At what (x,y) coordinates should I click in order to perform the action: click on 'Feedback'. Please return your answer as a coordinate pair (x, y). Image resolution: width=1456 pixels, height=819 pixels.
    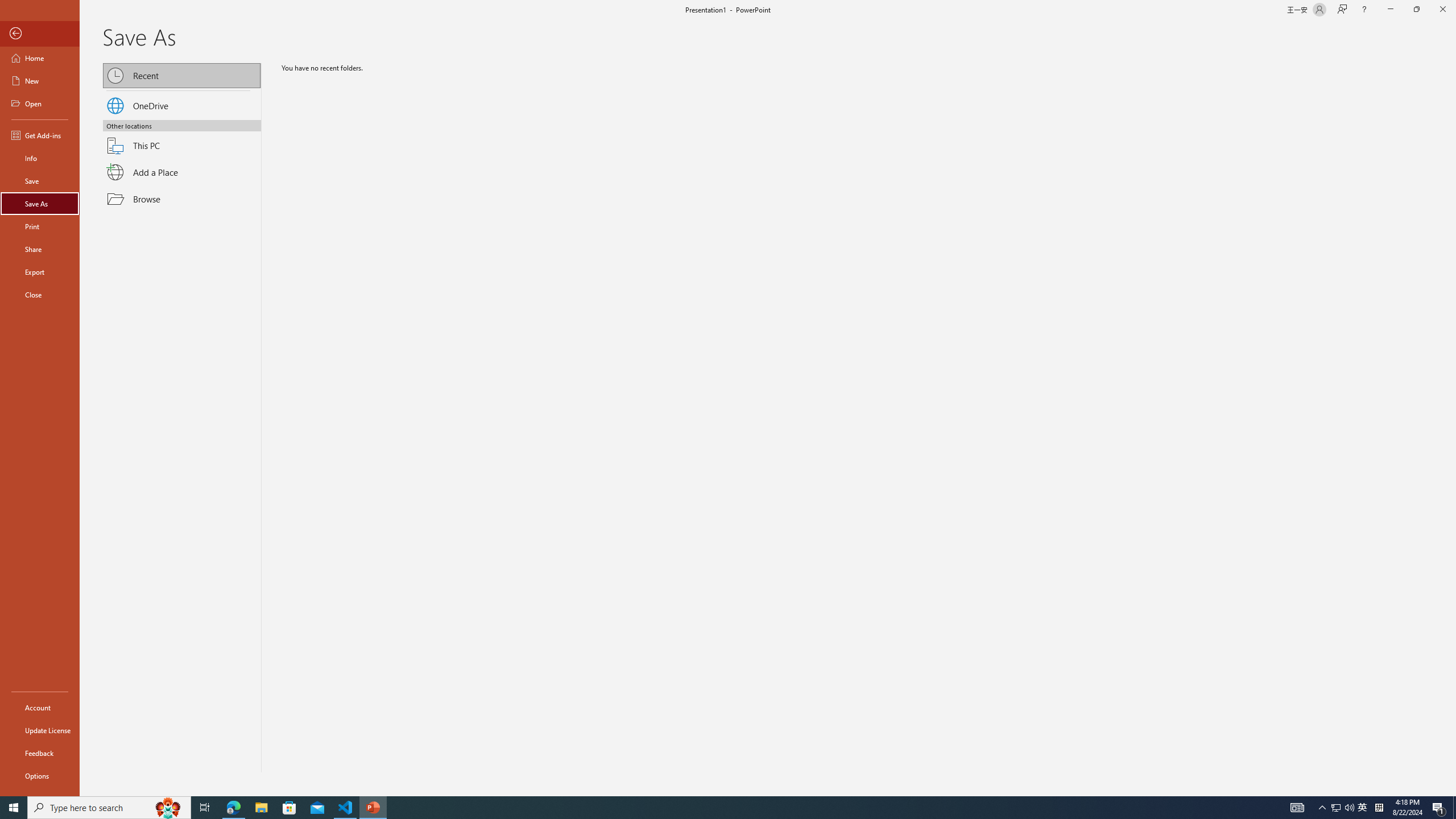
    Looking at the image, I should click on (39, 753).